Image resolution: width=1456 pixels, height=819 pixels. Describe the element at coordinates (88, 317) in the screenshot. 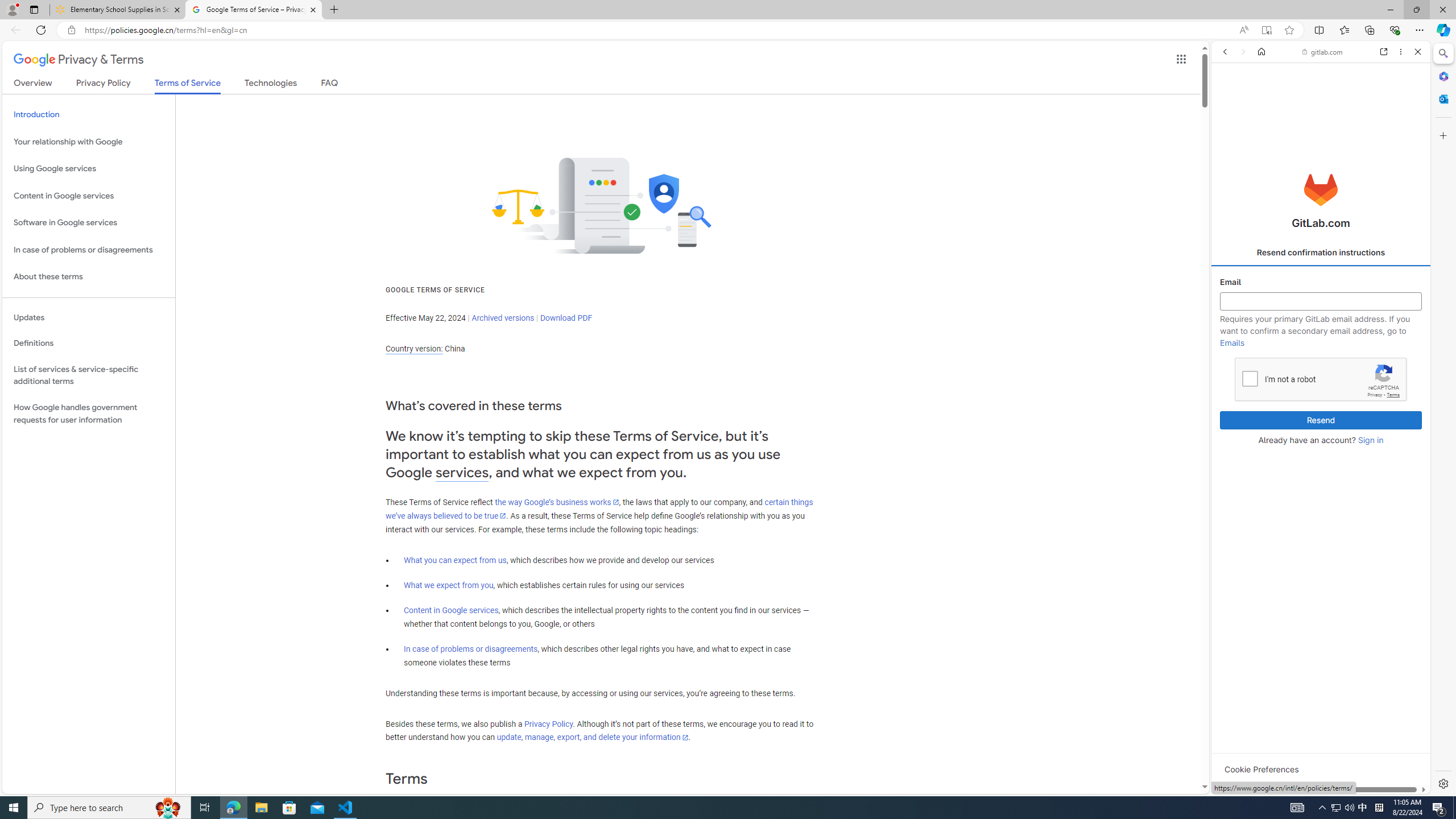

I see `'Updates'` at that location.